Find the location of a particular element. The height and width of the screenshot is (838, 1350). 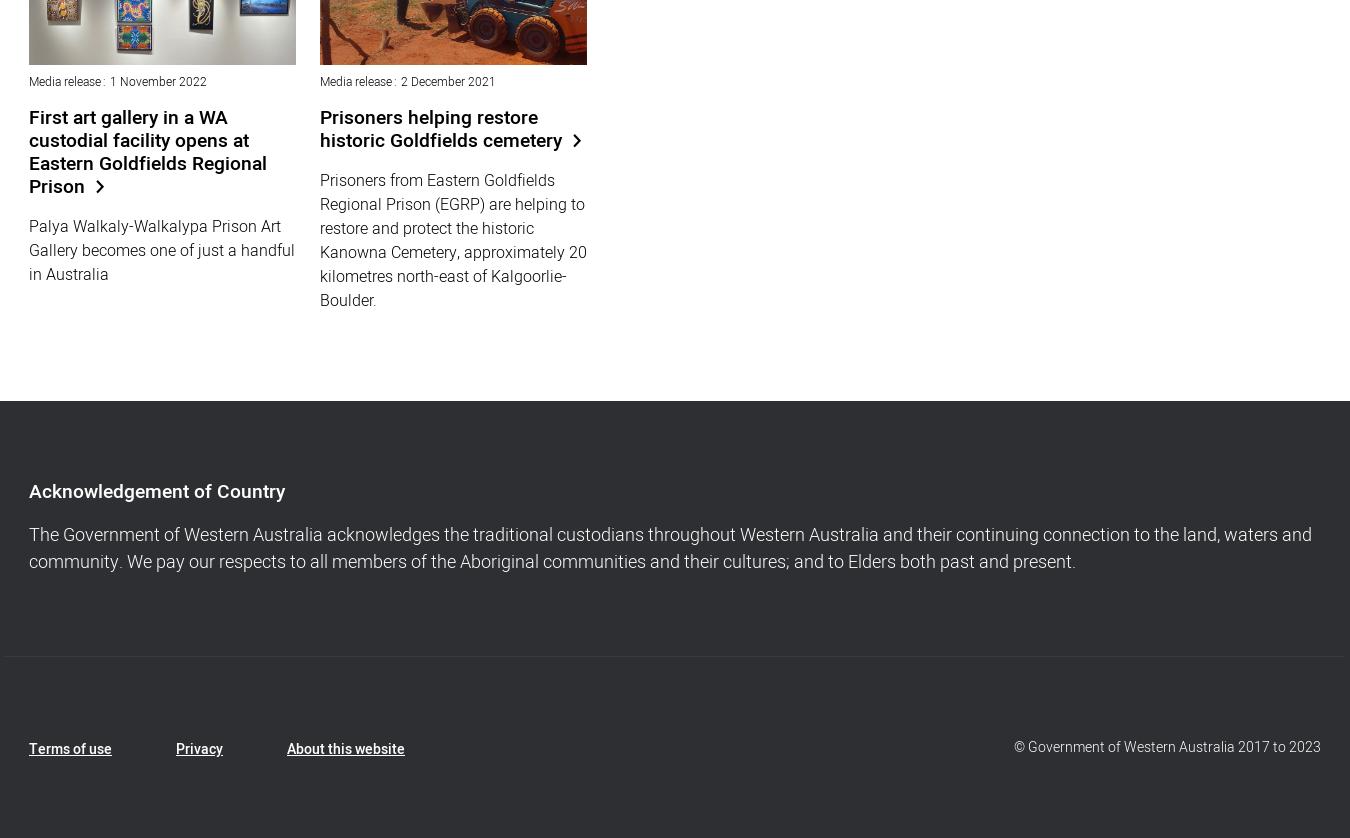

'Privacy' is located at coordinates (199, 748).